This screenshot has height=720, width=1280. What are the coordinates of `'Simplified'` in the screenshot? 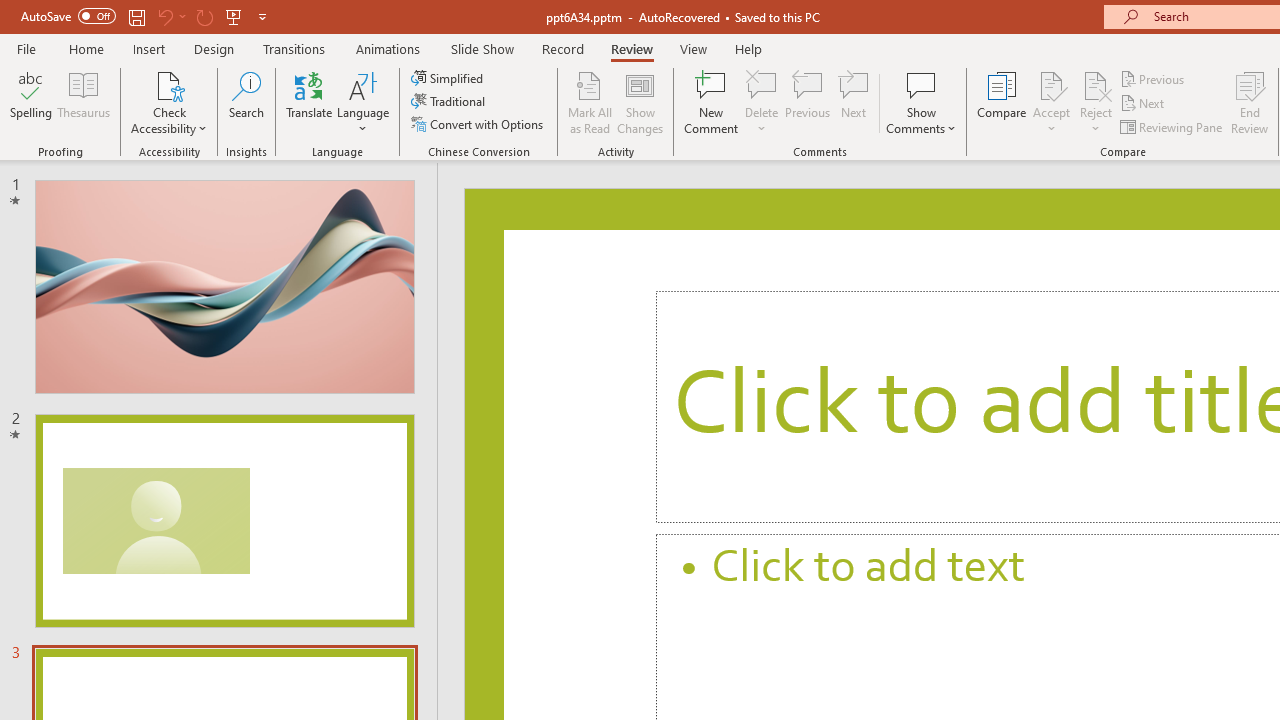 It's located at (448, 77).